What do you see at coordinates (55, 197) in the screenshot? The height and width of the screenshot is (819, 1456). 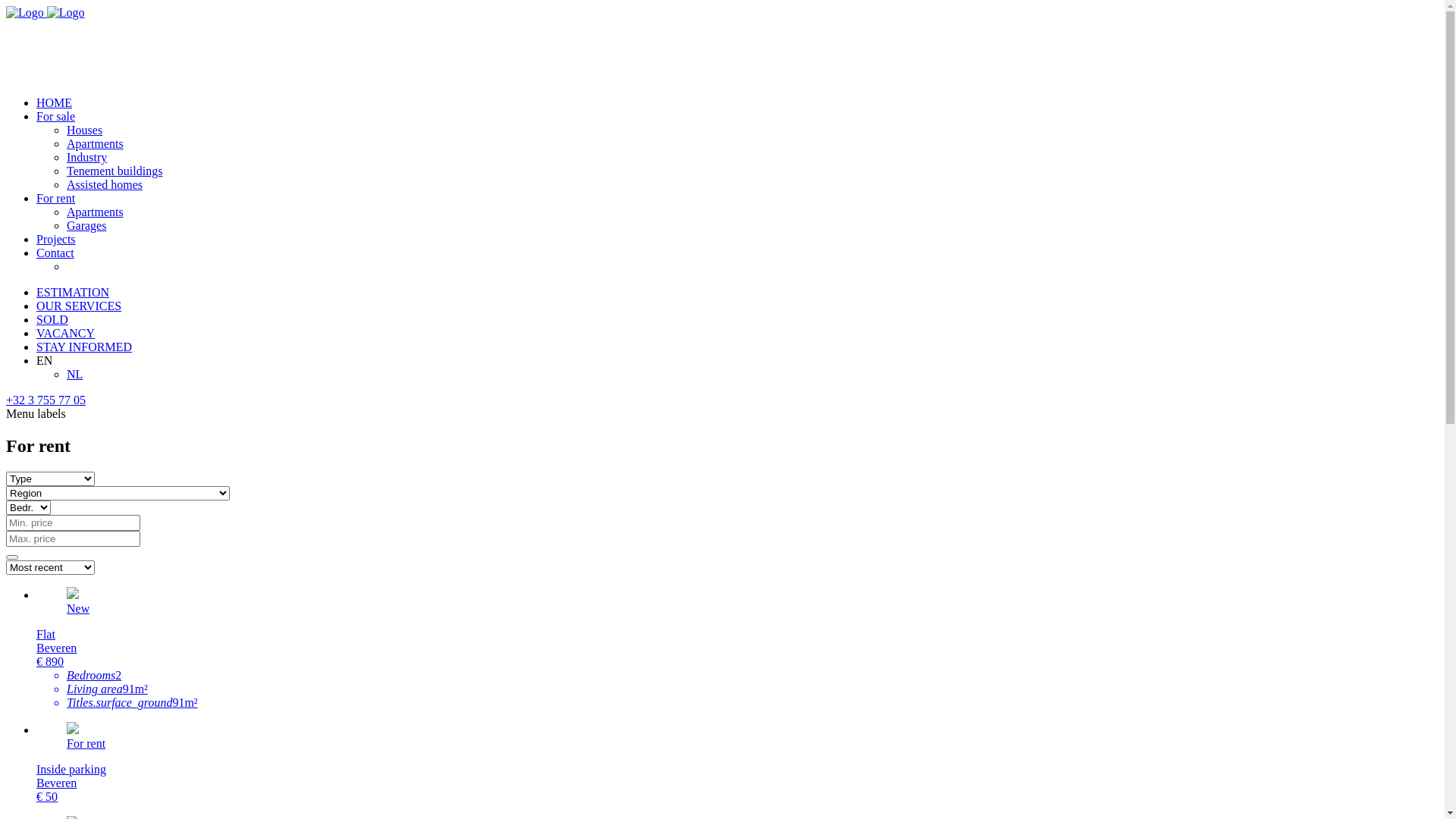 I see `'For rent'` at bounding box center [55, 197].